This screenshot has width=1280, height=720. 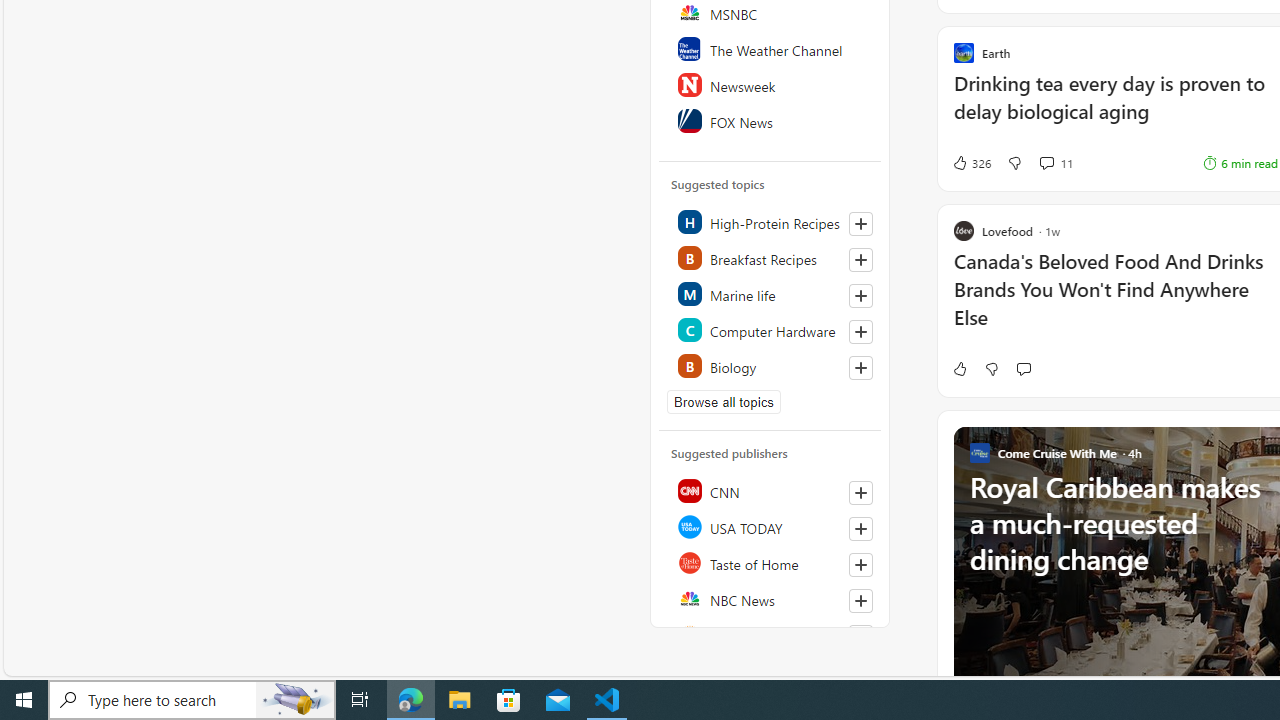 I want to click on 'Like', so click(x=958, y=368).